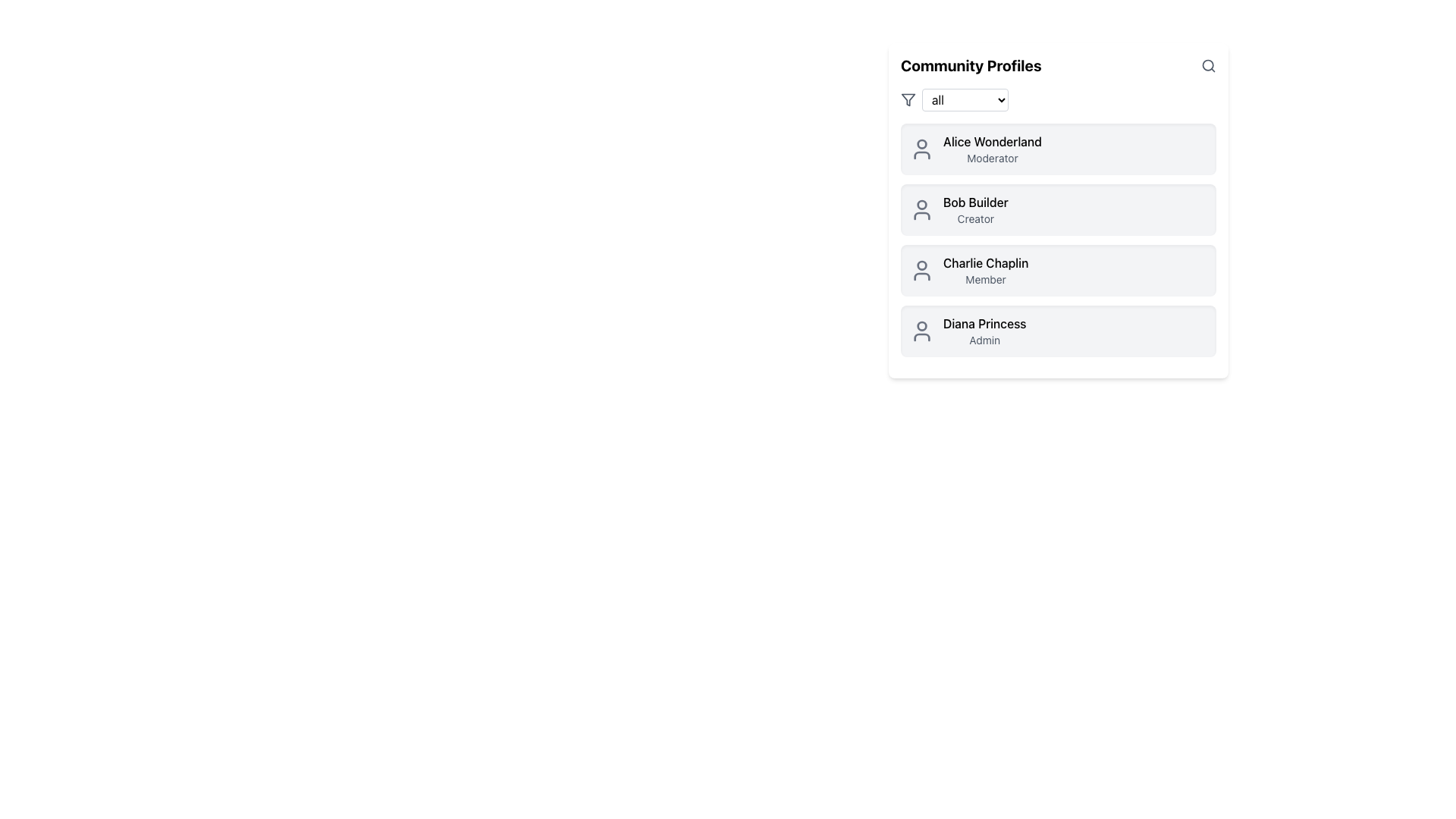 The width and height of the screenshot is (1456, 819). Describe the element at coordinates (975, 219) in the screenshot. I see `text label displaying 'Creator' that is located below 'Bob Builder' in the Community Profiles section` at that location.